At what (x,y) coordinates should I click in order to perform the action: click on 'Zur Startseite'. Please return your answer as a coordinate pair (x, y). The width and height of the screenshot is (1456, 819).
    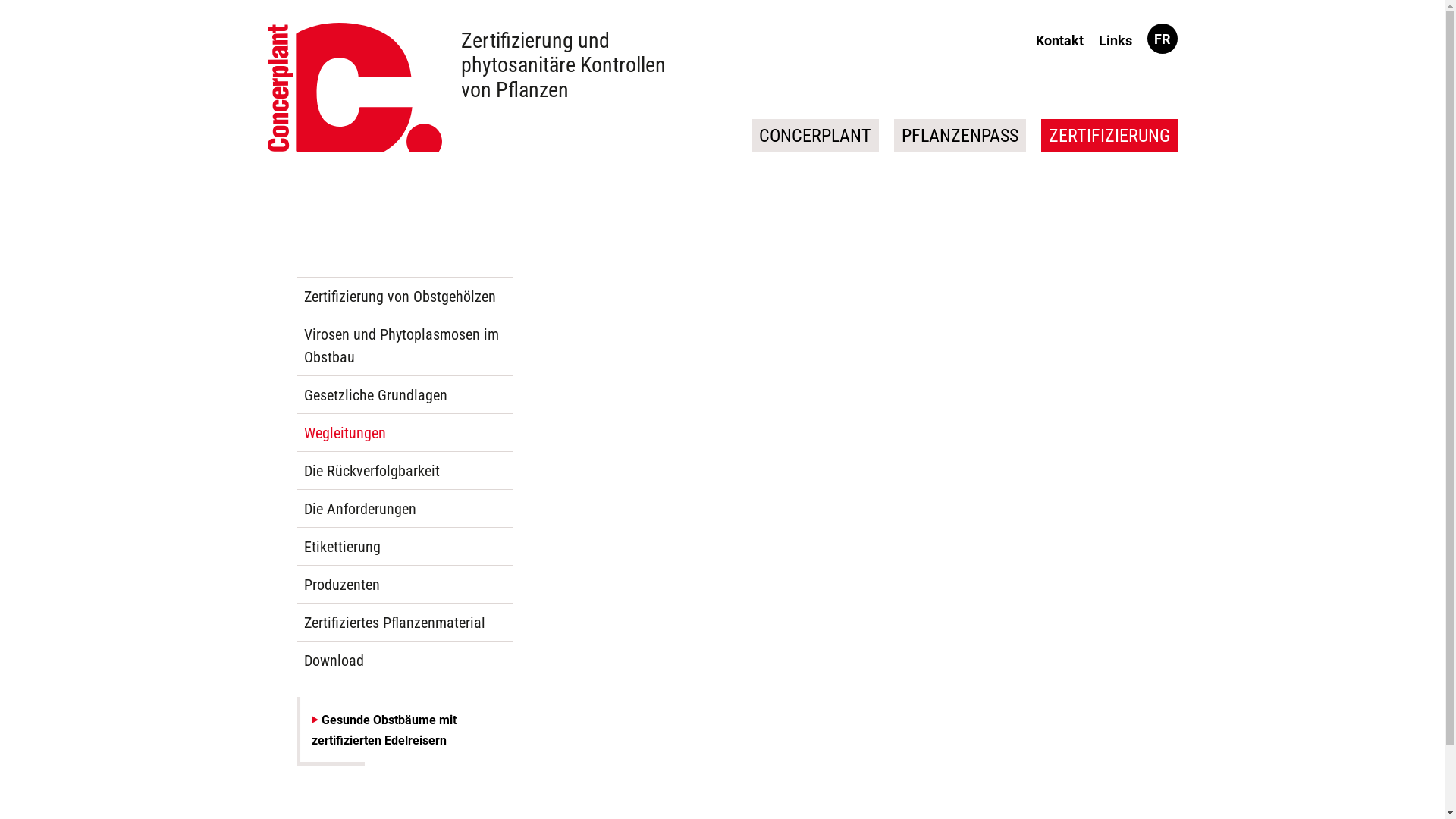
    Looking at the image, I should click on (353, 87).